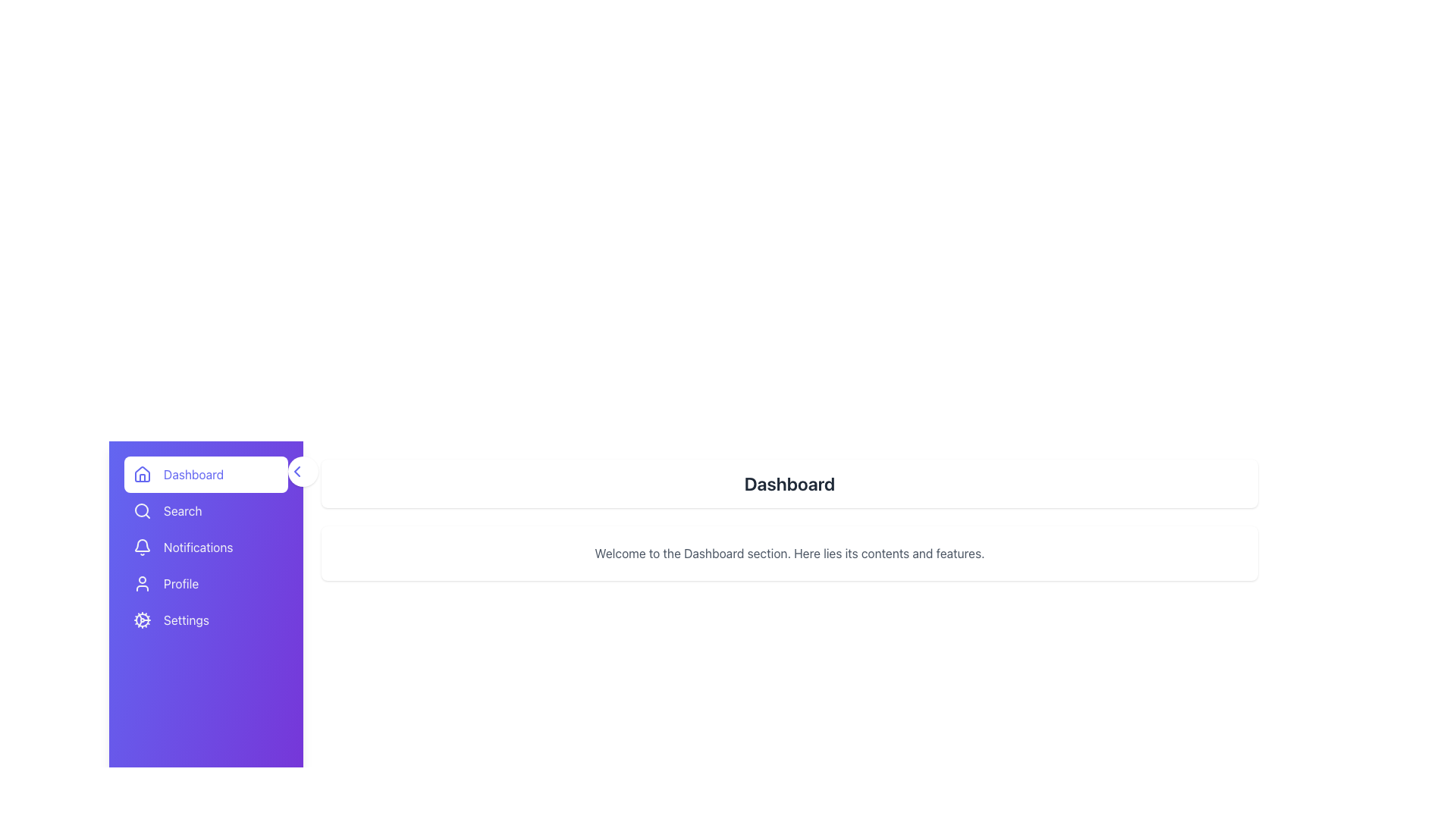  Describe the element at coordinates (197, 547) in the screenshot. I see `the 'Notifications' label text, which is displayed in white font and is located in the navigation menu with a purple background, positioned third from the top` at that location.